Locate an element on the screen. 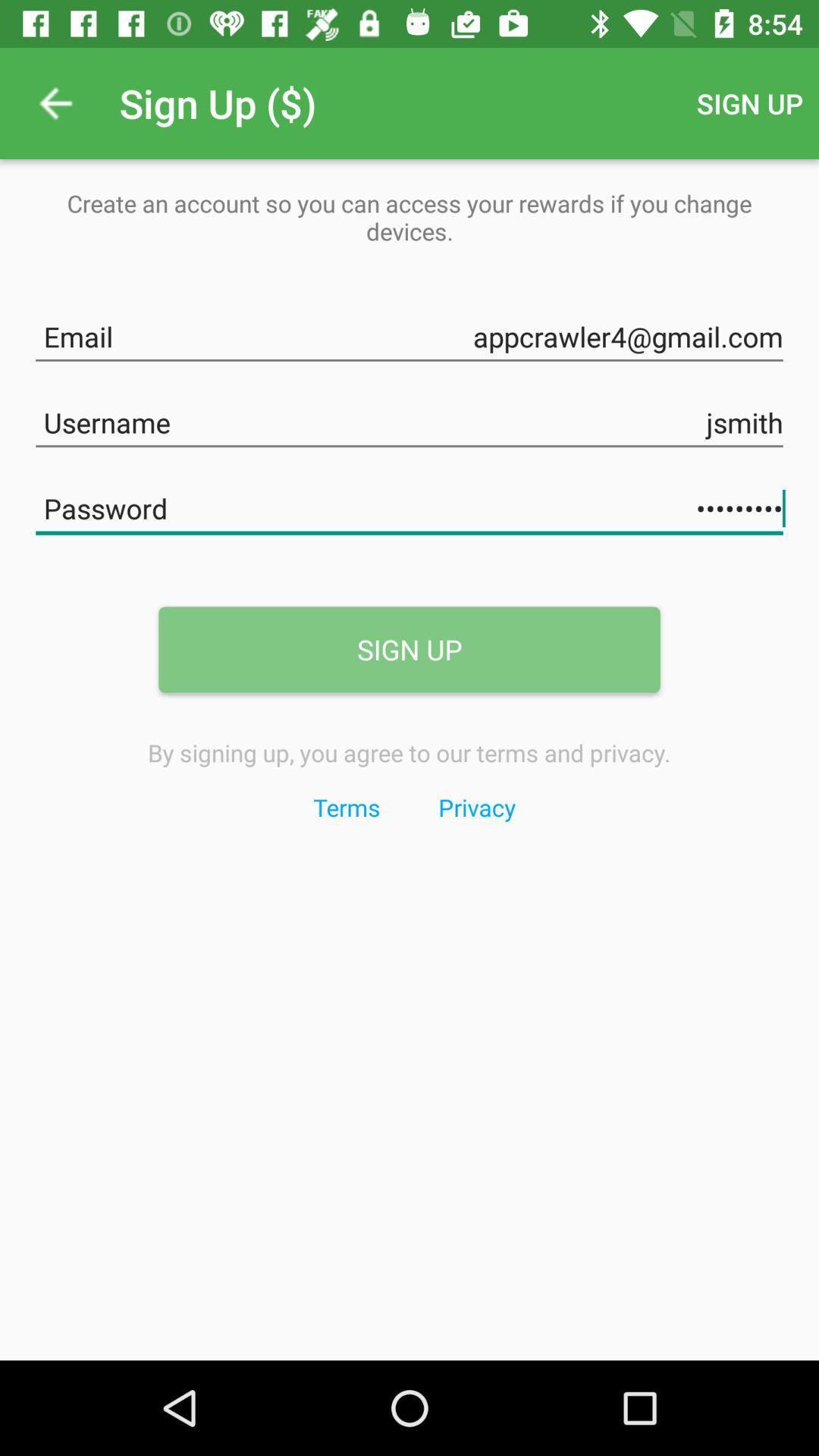 This screenshot has height=1456, width=819. email text field above username text field is located at coordinates (409, 333).